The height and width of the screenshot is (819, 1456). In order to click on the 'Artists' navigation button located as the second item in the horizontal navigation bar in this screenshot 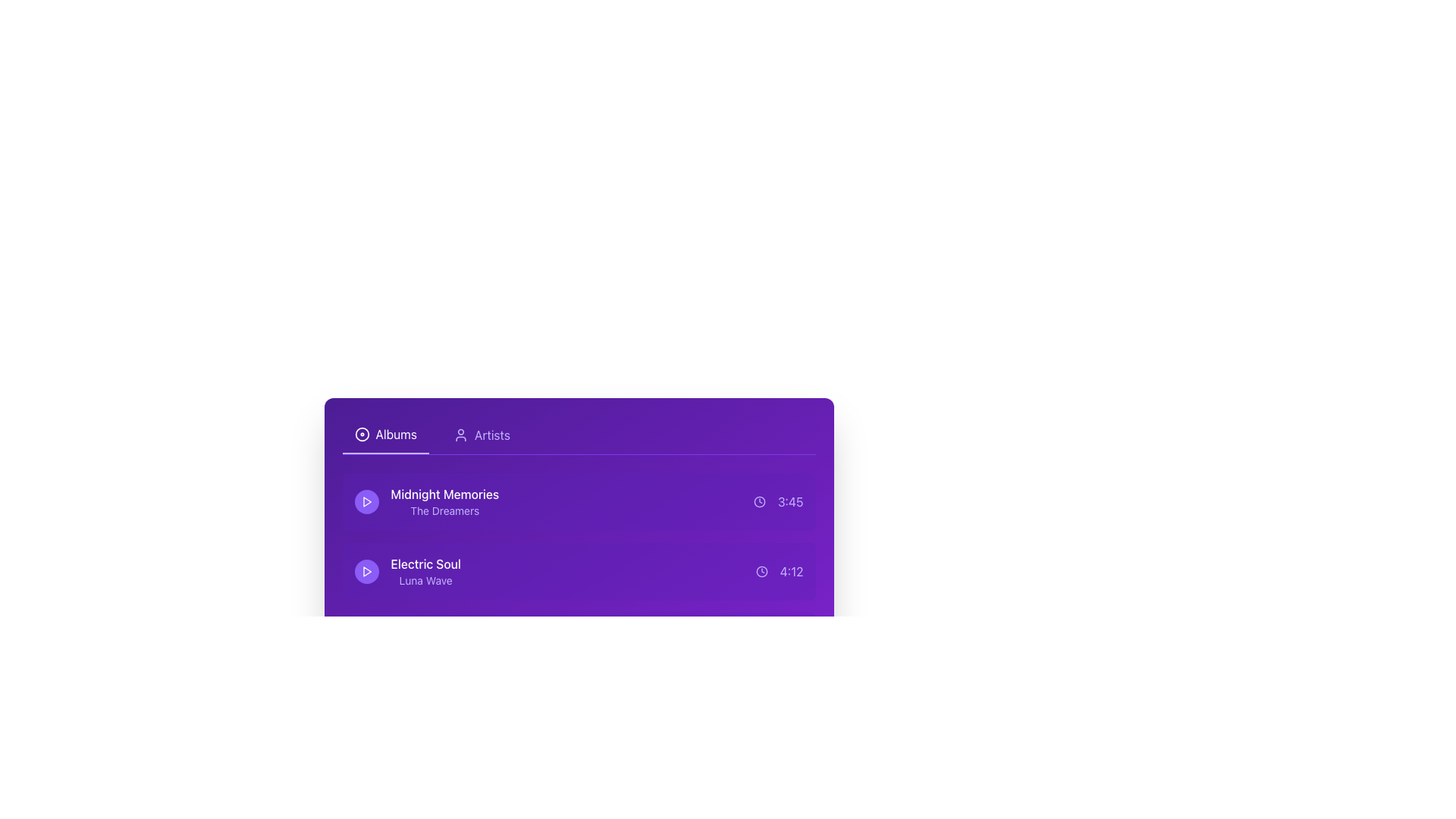, I will do `click(481, 435)`.